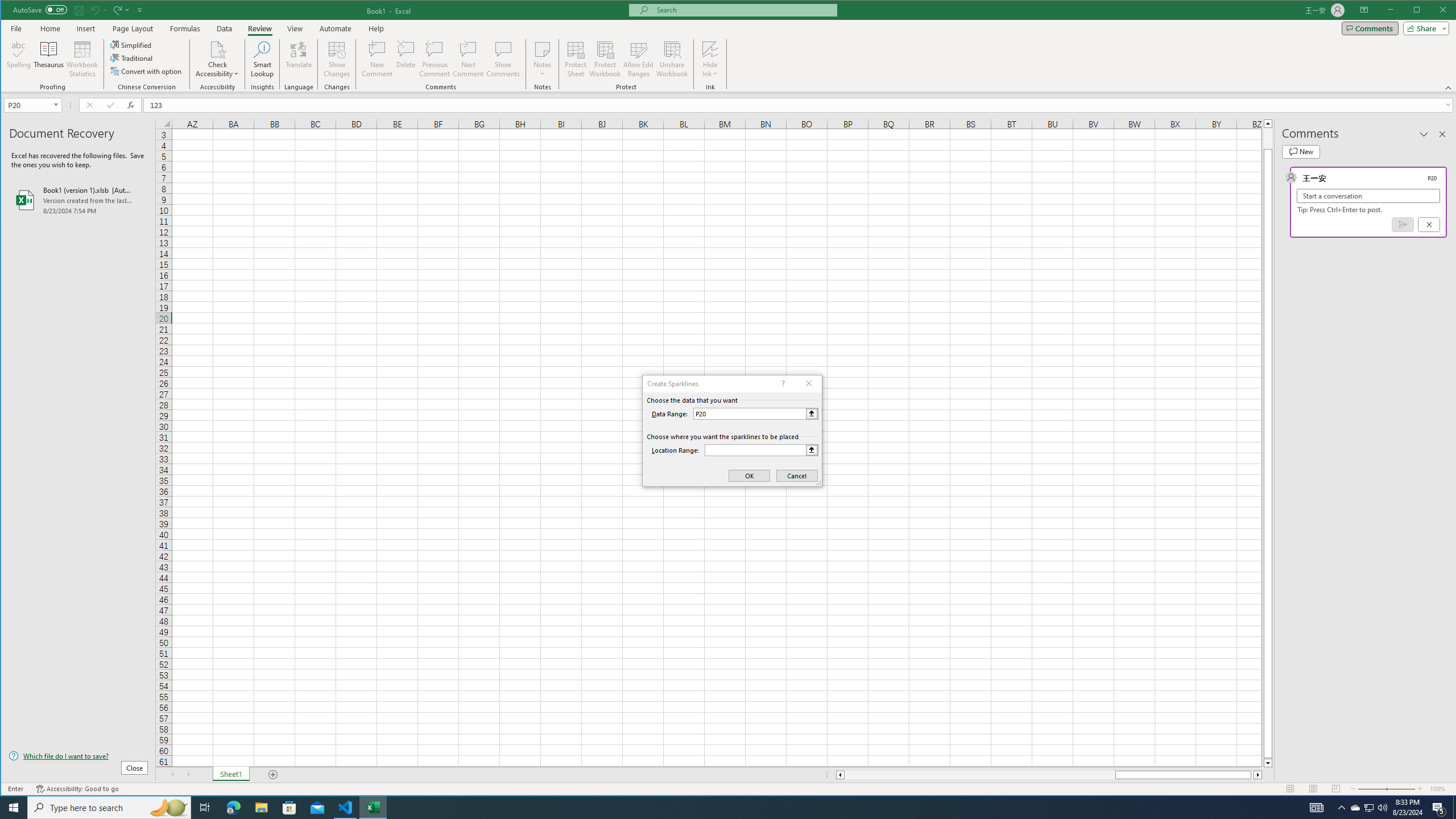 This screenshot has height=819, width=1456. I want to click on 'Convert with option', so click(146, 71).